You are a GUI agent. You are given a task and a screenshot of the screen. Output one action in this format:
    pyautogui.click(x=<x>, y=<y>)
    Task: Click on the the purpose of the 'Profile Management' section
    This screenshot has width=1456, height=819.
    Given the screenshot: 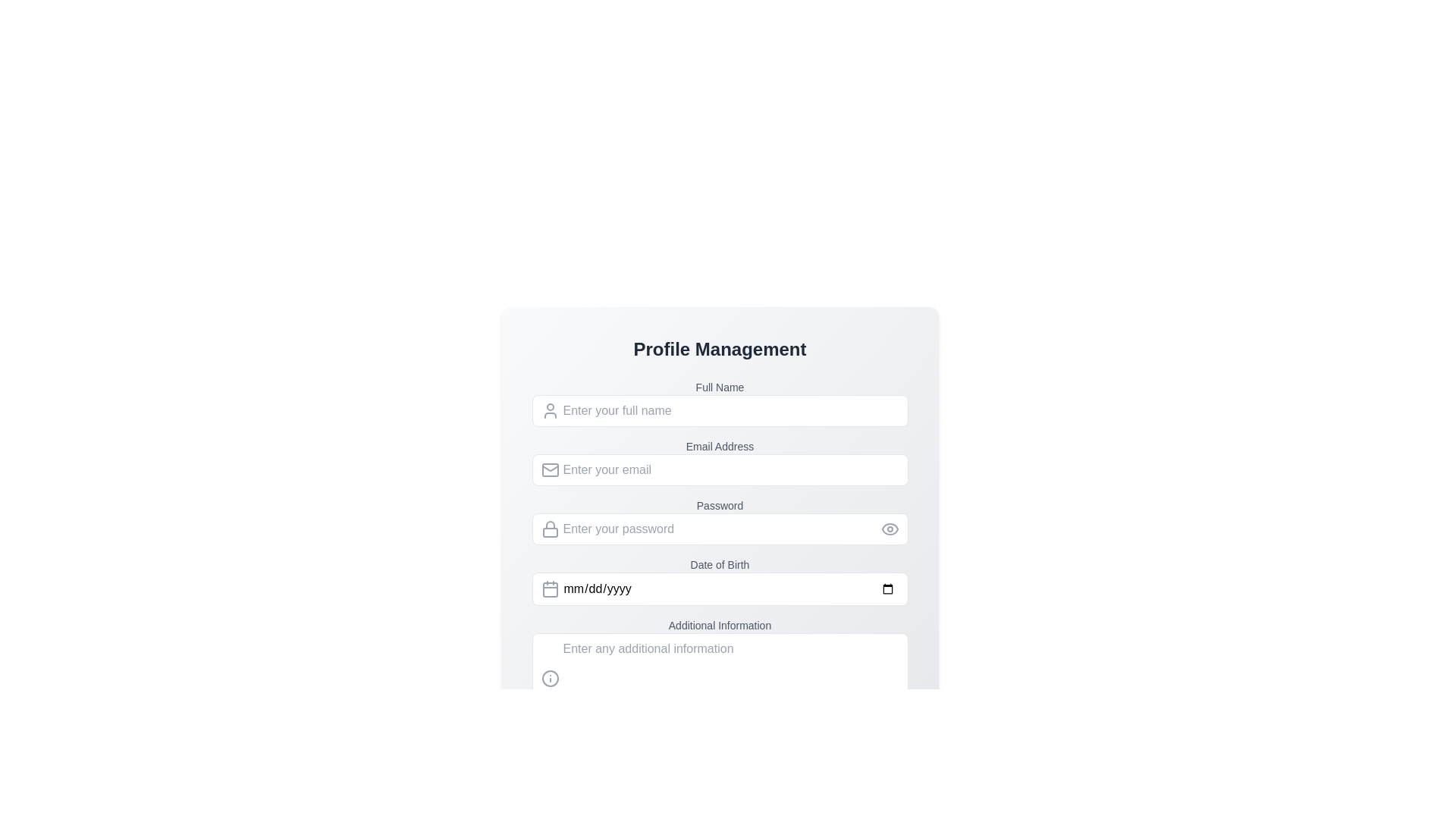 What is the action you would take?
    pyautogui.click(x=719, y=350)
    